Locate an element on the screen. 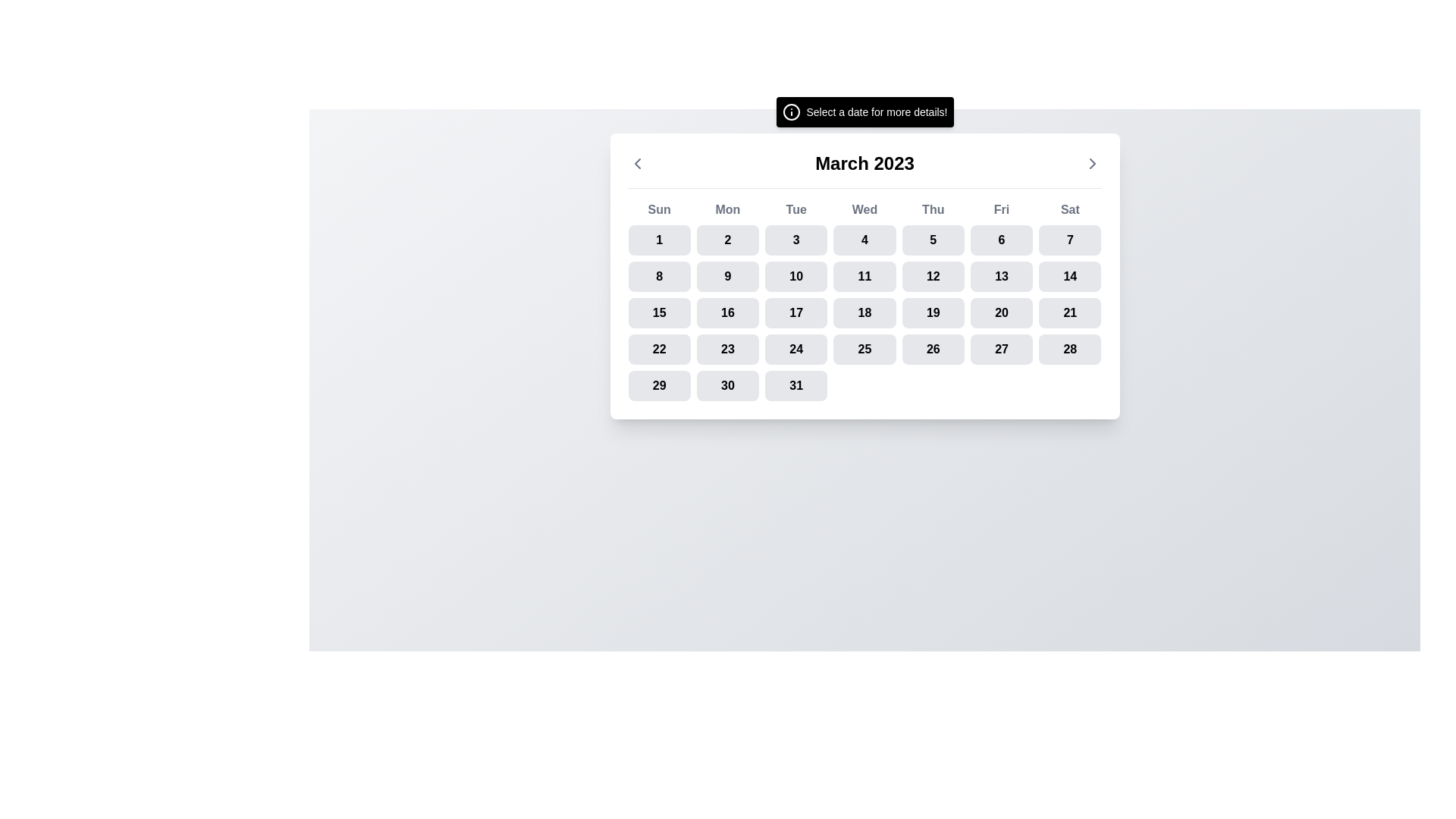 The image size is (1456, 819). the circular graphic icon positioned above the calendar's heading by moving the cursor to its center point is located at coordinates (790, 111).